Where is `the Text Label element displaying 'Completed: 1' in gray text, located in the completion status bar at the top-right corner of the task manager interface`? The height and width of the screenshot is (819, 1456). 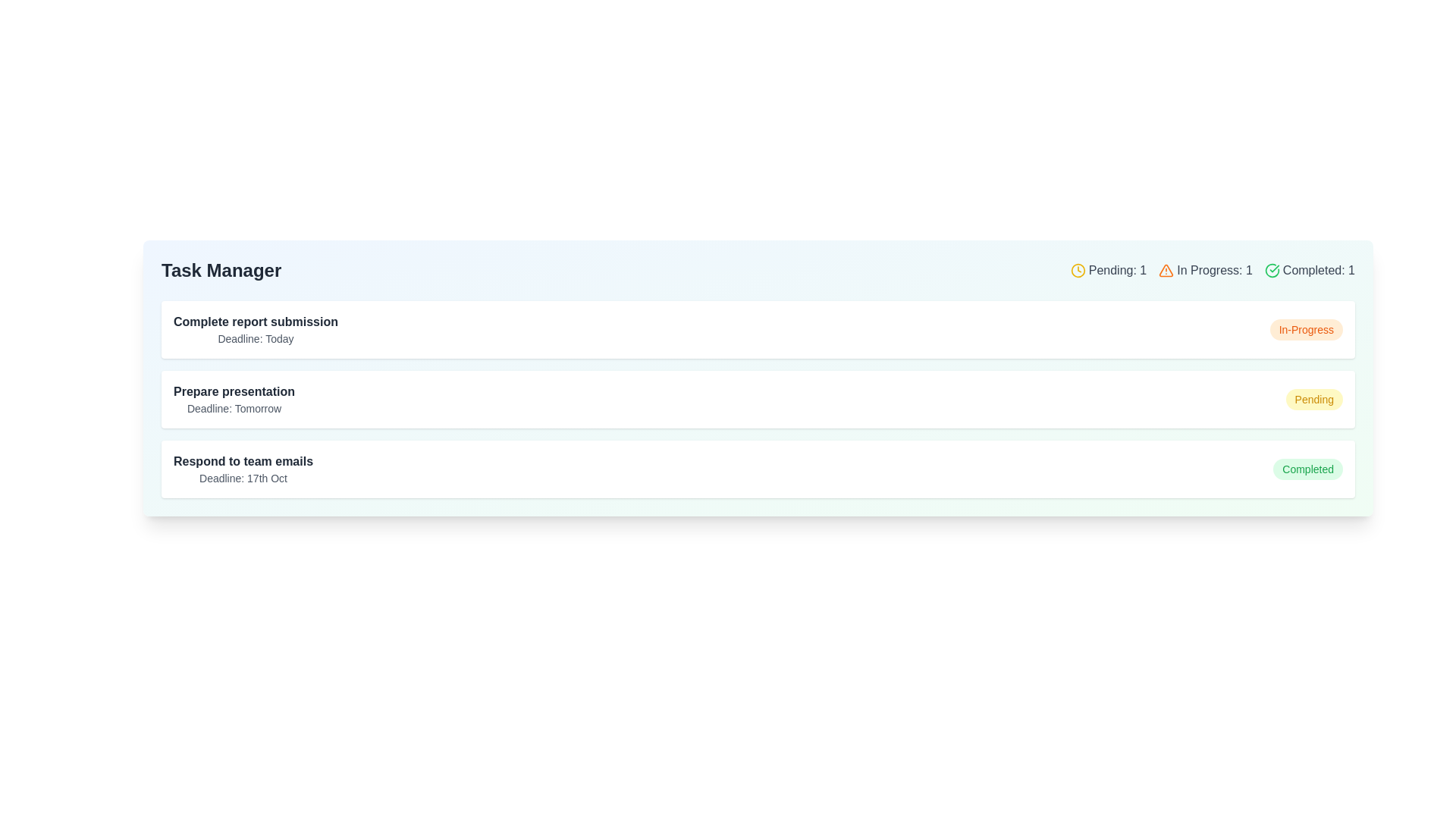
the Text Label element displaying 'Completed: 1' in gray text, located in the completion status bar at the top-right corner of the task manager interface is located at coordinates (1318, 270).